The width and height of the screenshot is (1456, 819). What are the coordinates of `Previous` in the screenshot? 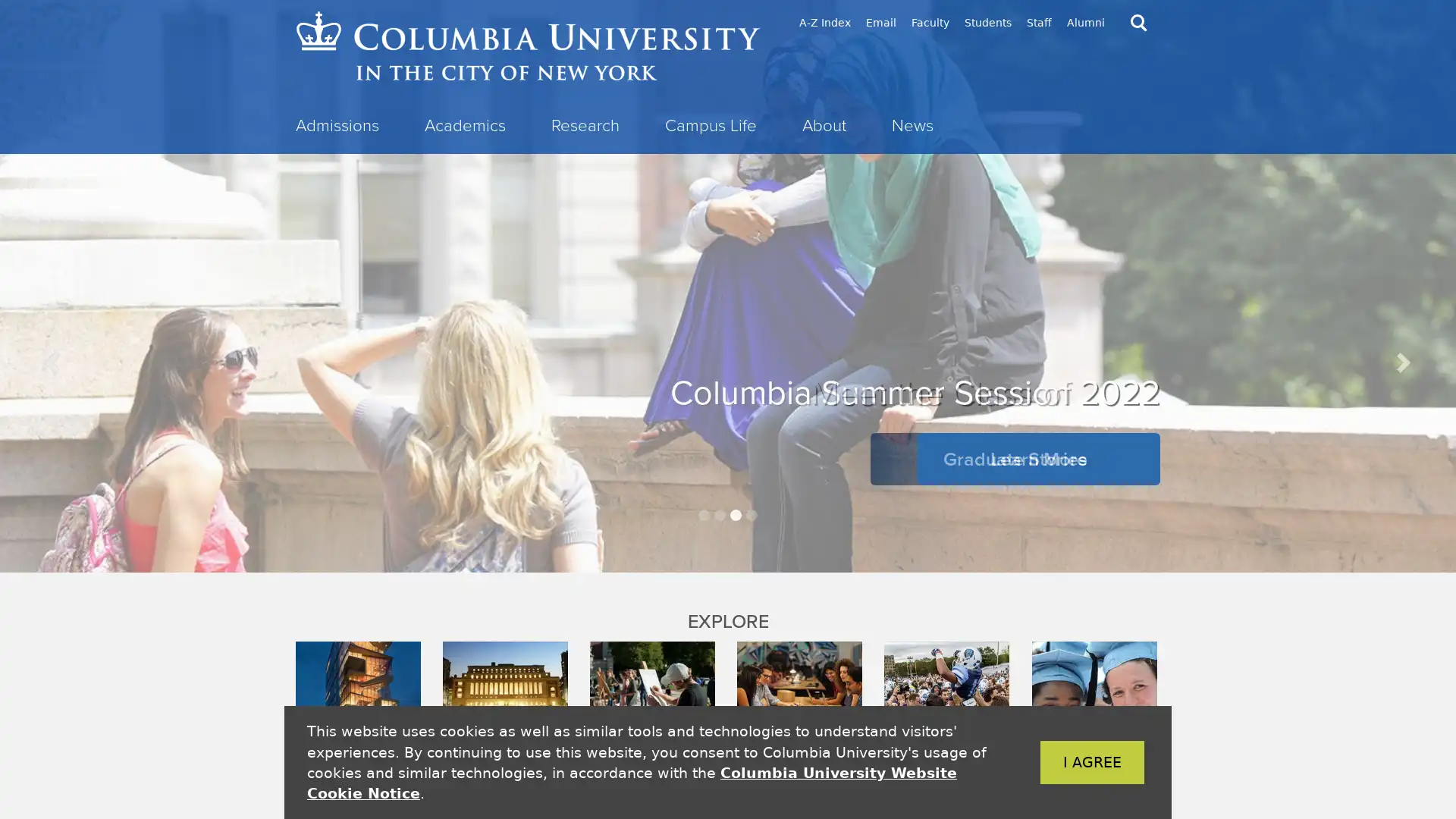 It's located at (54, 362).